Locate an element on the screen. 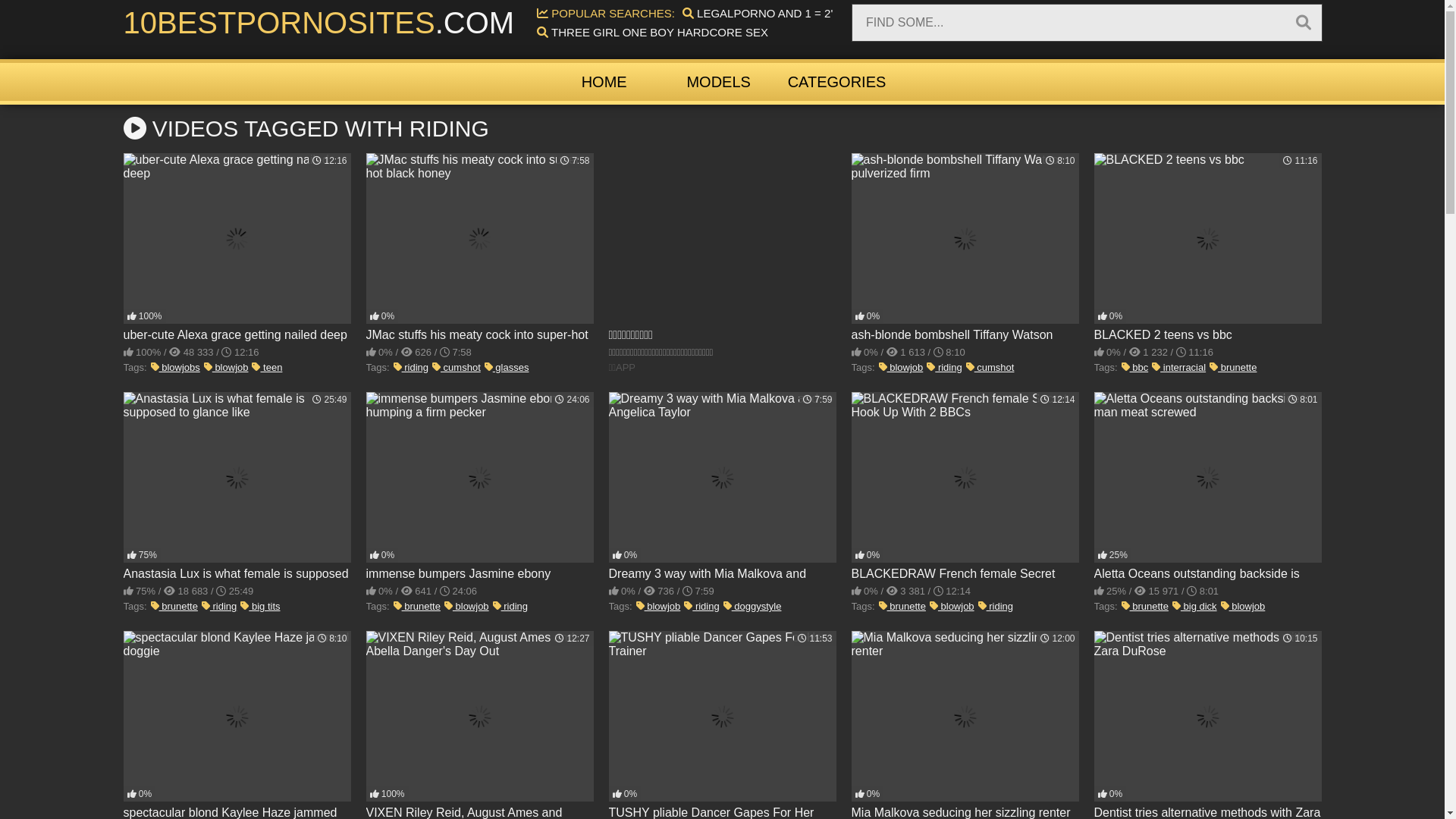 The height and width of the screenshot is (819, 1456). 'Search' is located at coordinates (1302, 23).